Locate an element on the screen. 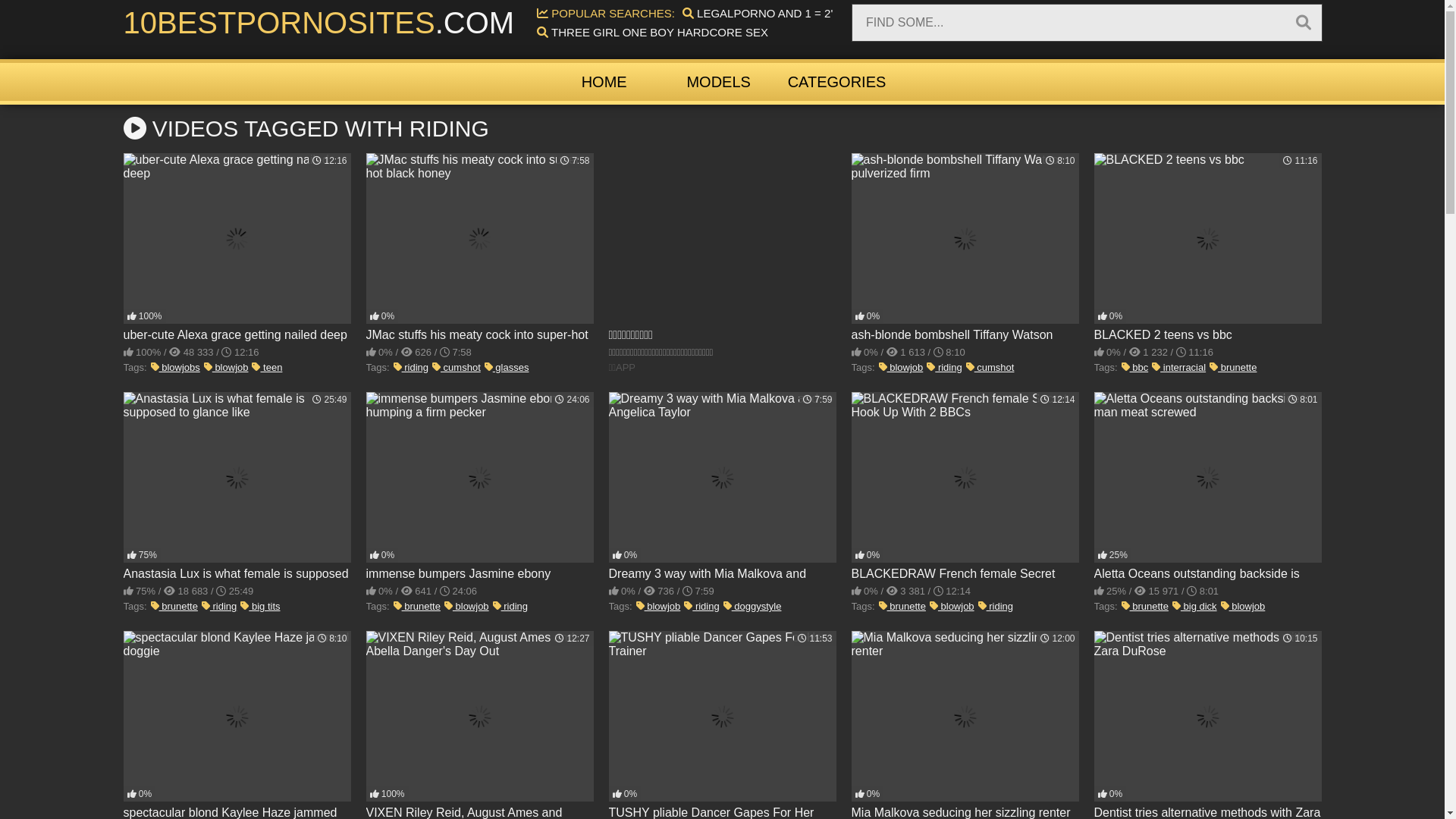 The height and width of the screenshot is (819, 1456). 'Search' is located at coordinates (1302, 23).